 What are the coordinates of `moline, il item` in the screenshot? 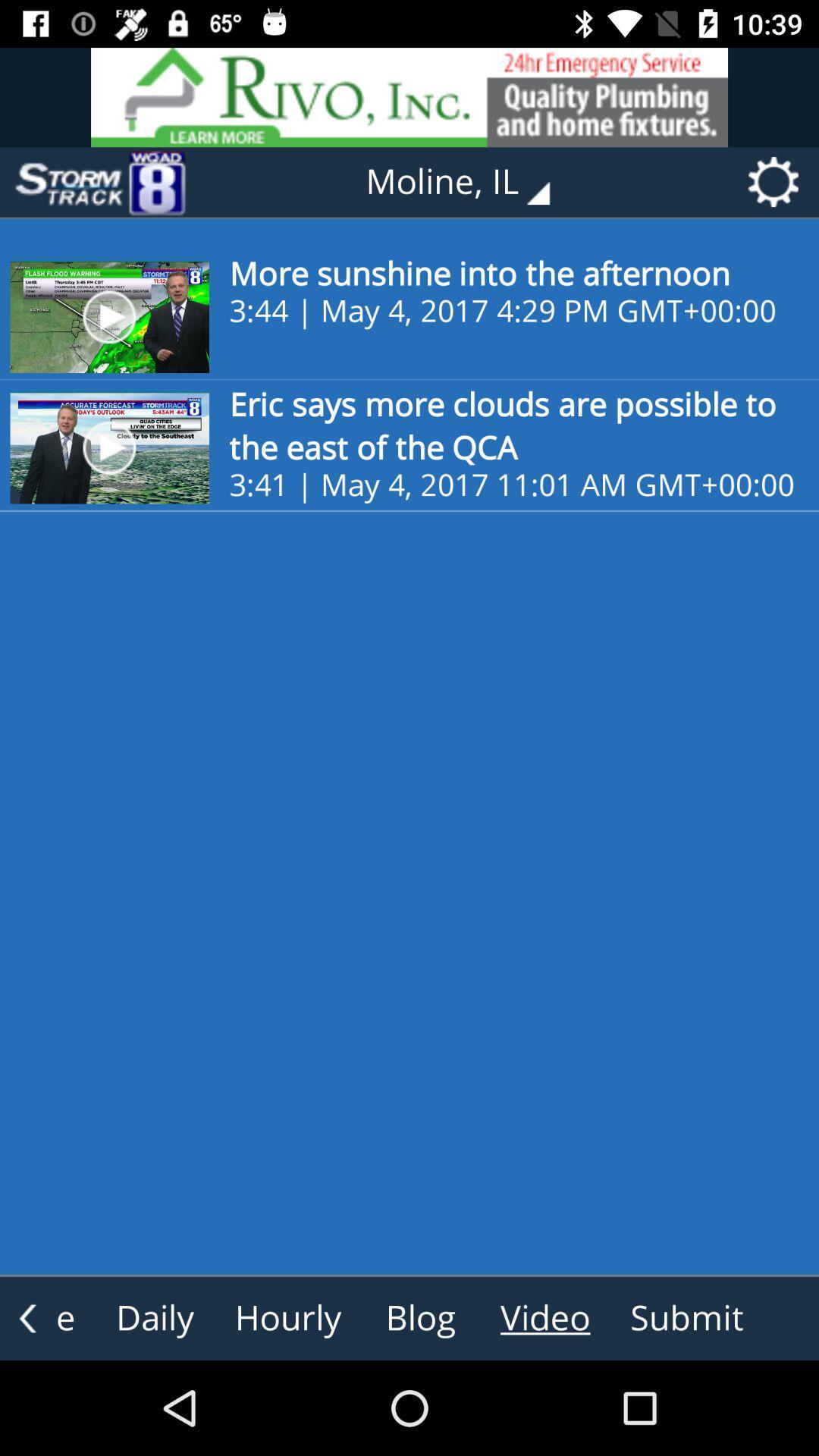 It's located at (468, 182).